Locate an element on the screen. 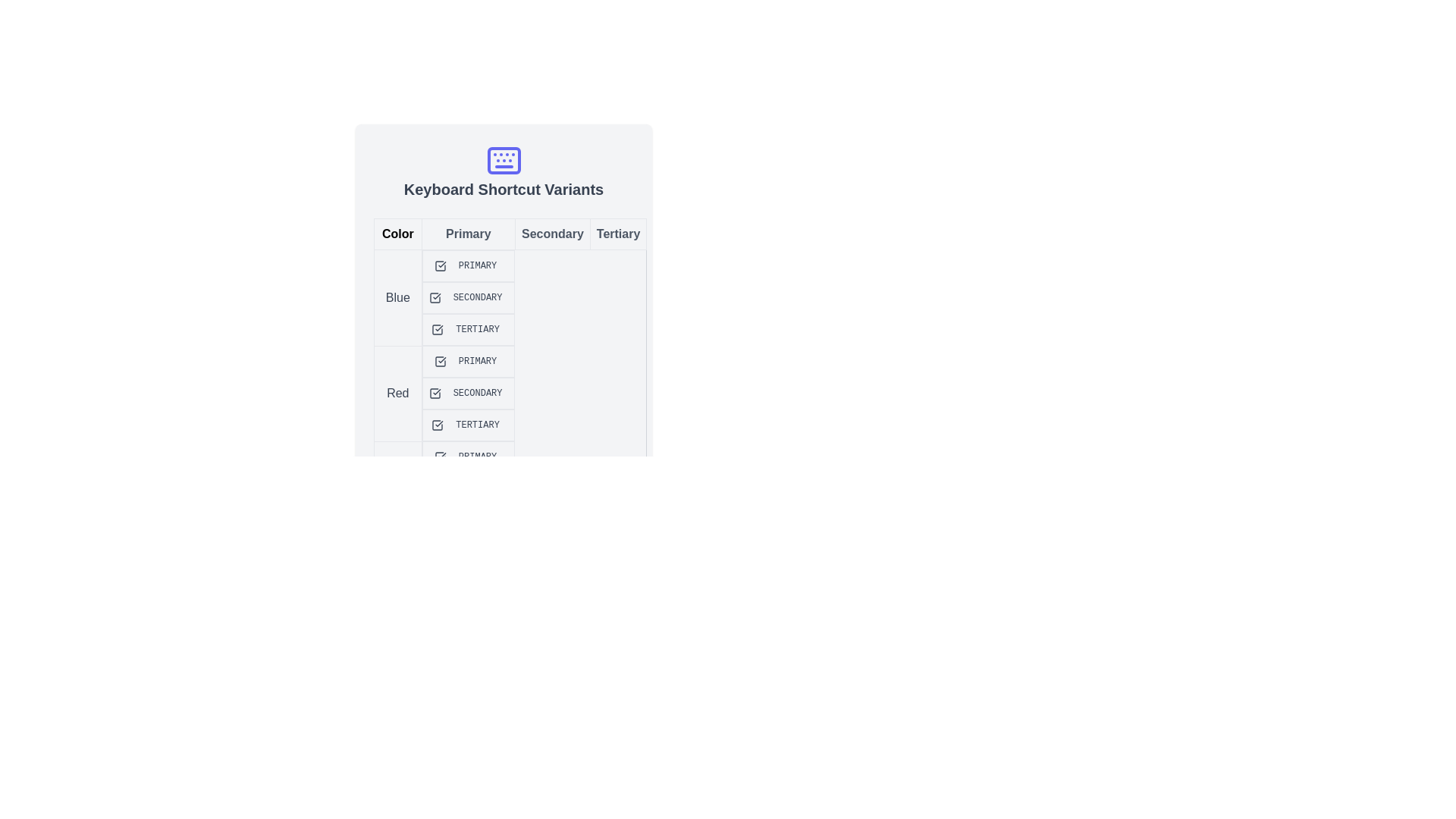 This screenshot has width=1456, height=819. the 'SECONDARY' label with a red check icon is located at coordinates (468, 393).